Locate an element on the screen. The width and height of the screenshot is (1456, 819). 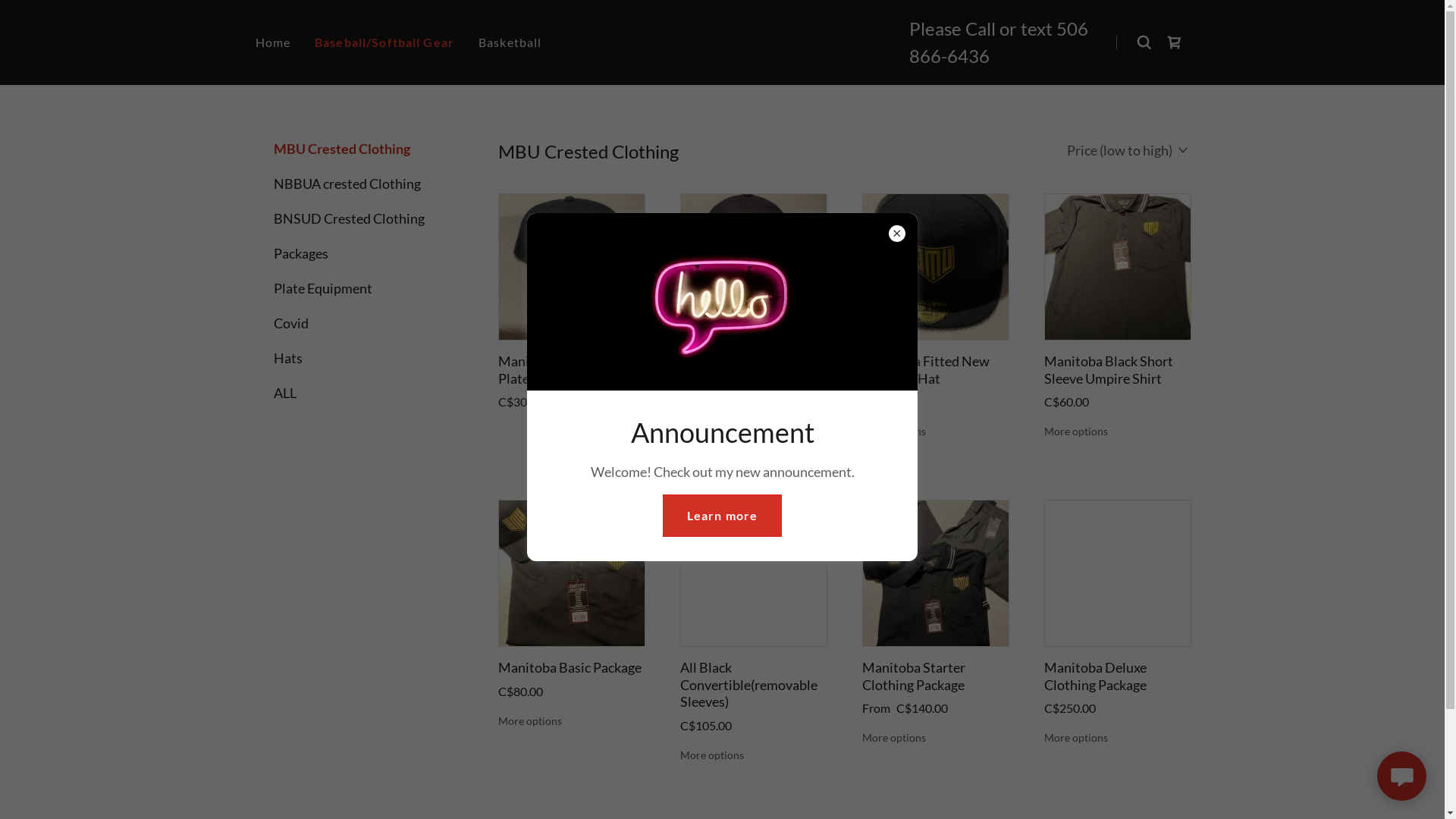
'ALL' is located at coordinates (356, 391).